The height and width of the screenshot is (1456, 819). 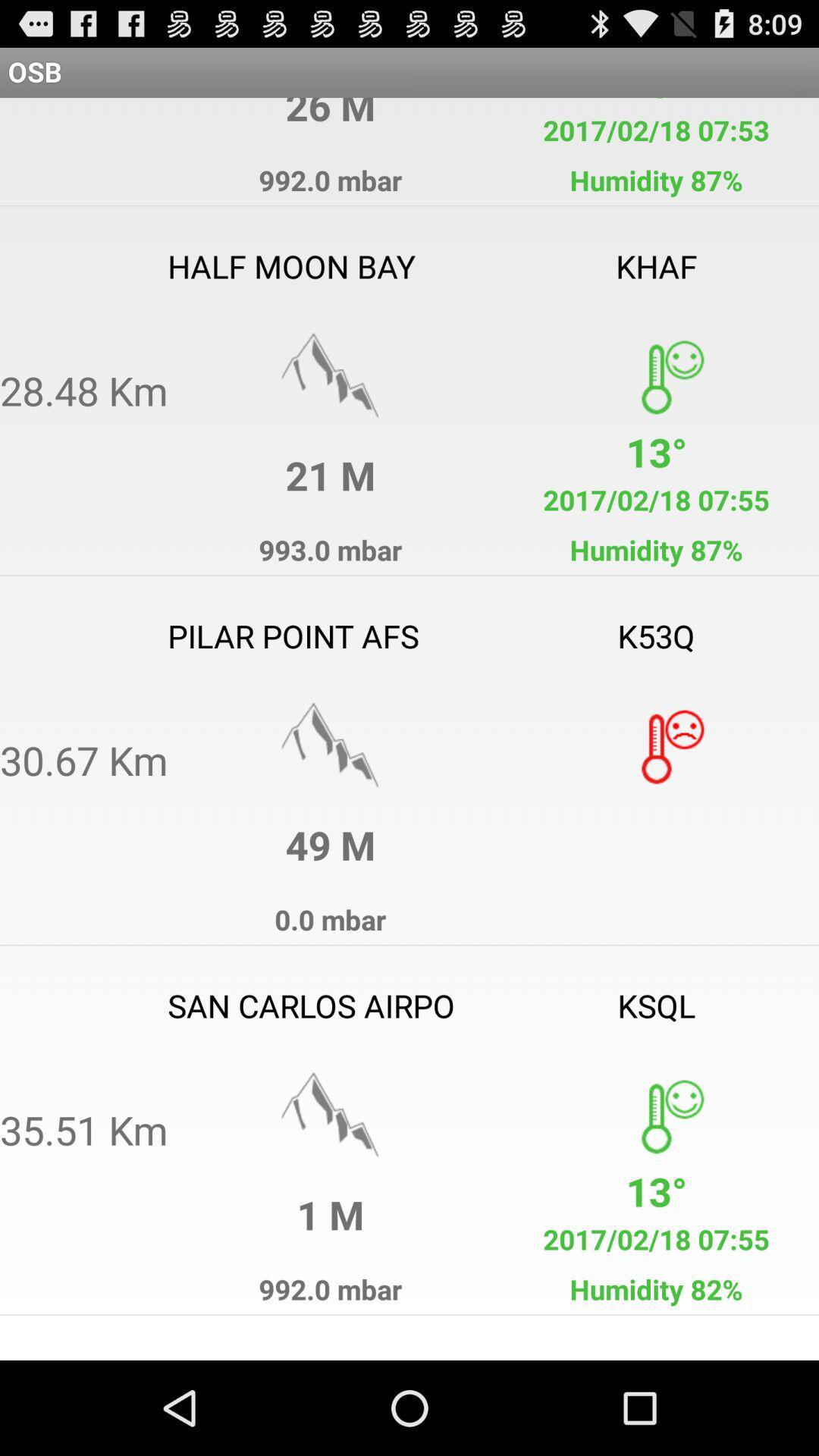 I want to click on the icon which is just below the ksql, so click(x=654, y=1115).